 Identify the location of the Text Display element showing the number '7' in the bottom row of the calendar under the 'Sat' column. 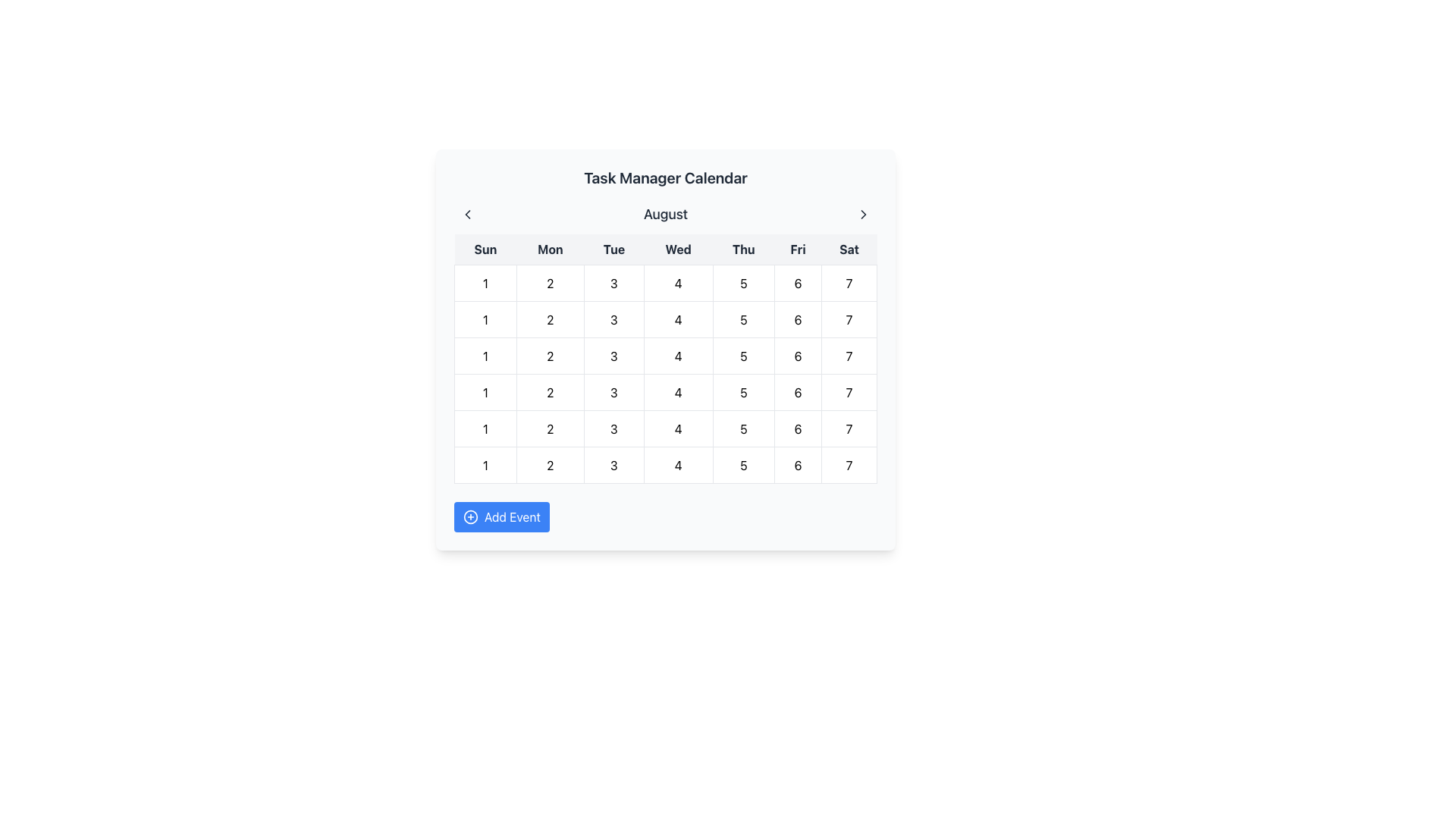
(849, 318).